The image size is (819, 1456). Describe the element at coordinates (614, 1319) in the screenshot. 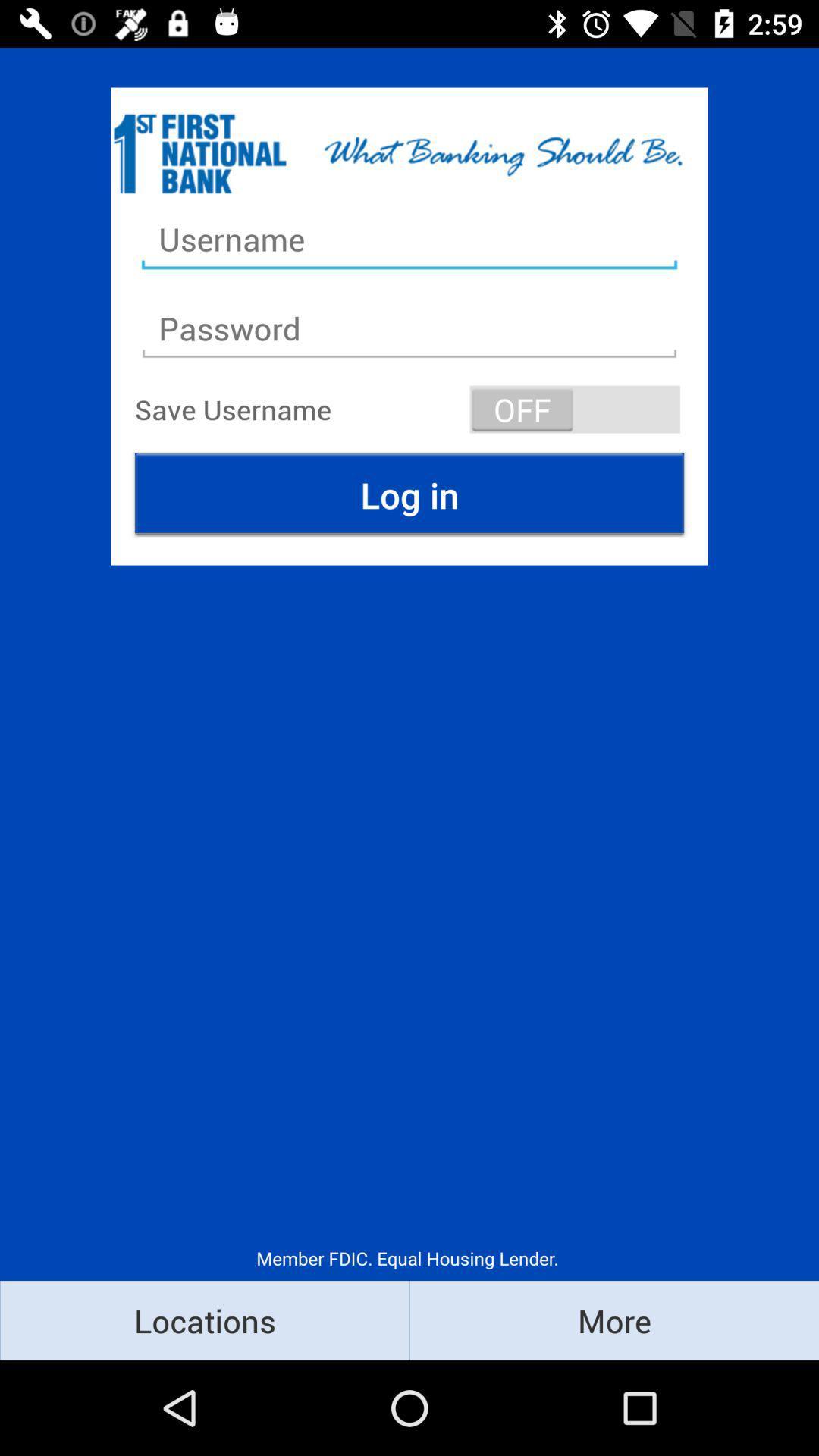

I see `item next to locations item` at that location.